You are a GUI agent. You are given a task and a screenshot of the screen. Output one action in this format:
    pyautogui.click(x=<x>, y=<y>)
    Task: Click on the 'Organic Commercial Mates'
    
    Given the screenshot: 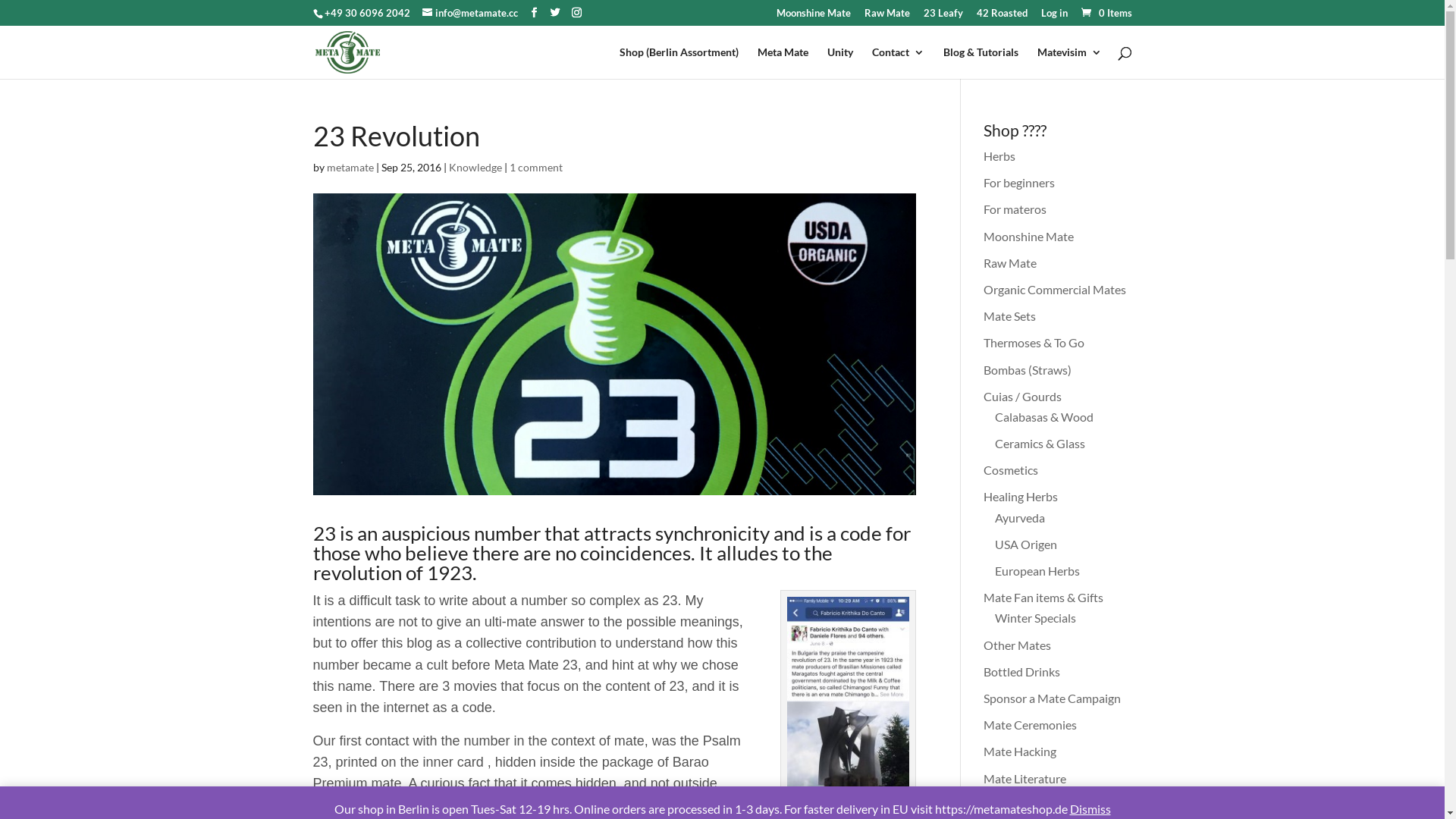 What is the action you would take?
    pyautogui.click(x=983, y=289)
    